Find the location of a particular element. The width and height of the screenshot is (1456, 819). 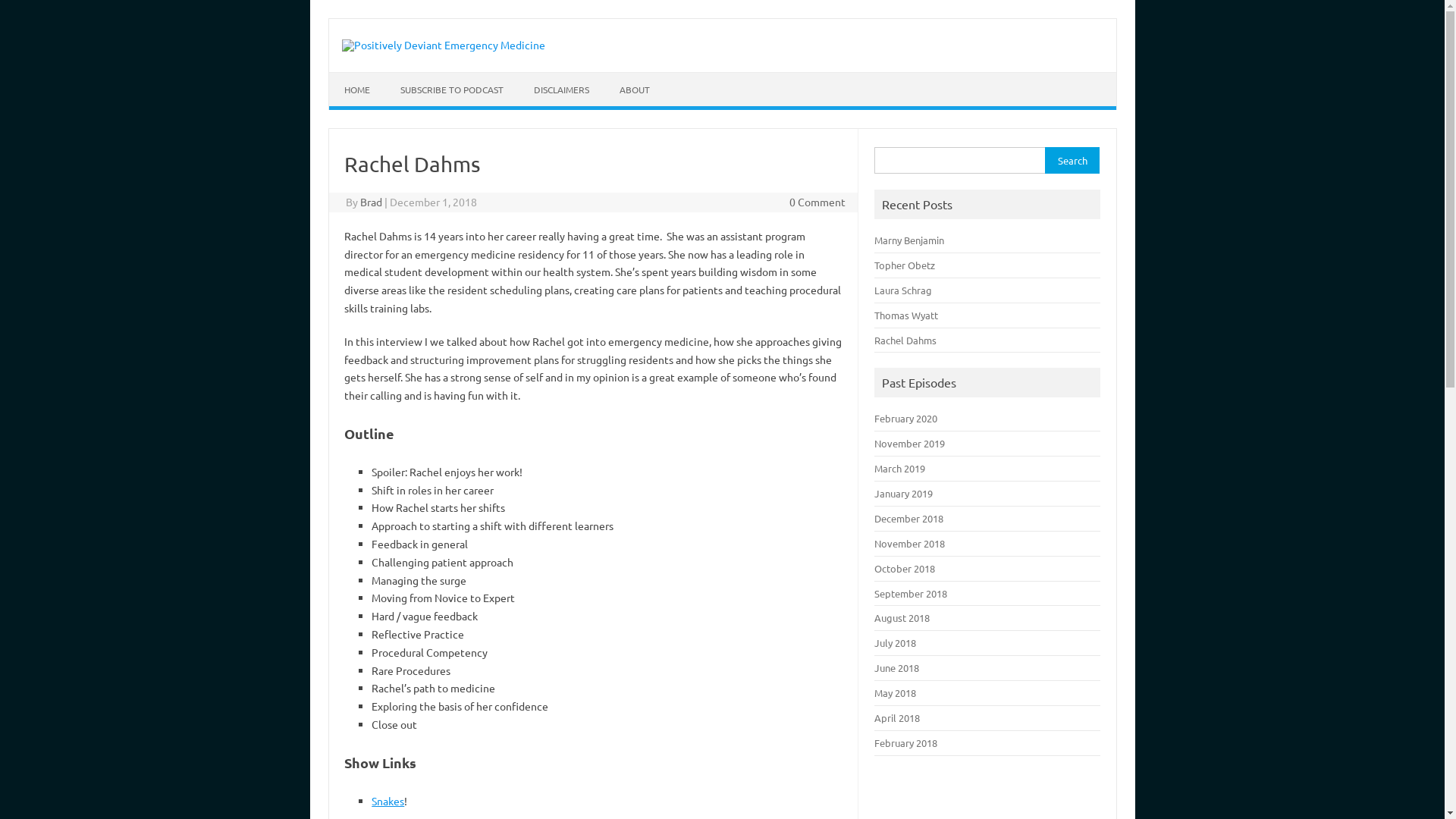

'September 2018' is located at coordinates (910, 592).